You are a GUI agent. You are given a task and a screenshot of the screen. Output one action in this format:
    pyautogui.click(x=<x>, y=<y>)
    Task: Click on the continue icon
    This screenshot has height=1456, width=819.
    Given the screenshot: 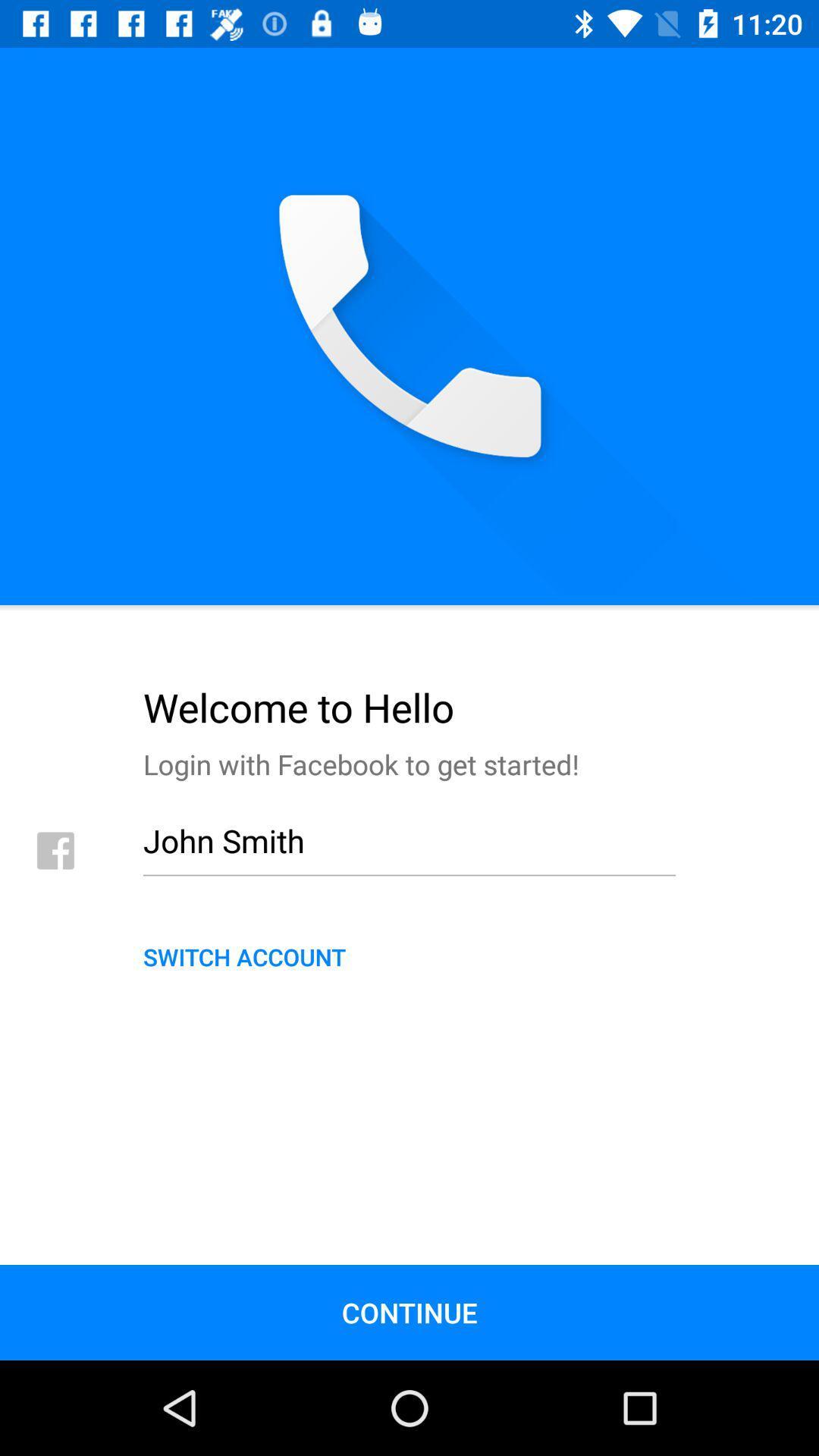 What is the action you would take?
    pyautogui.click(x=409, y=1312)
    